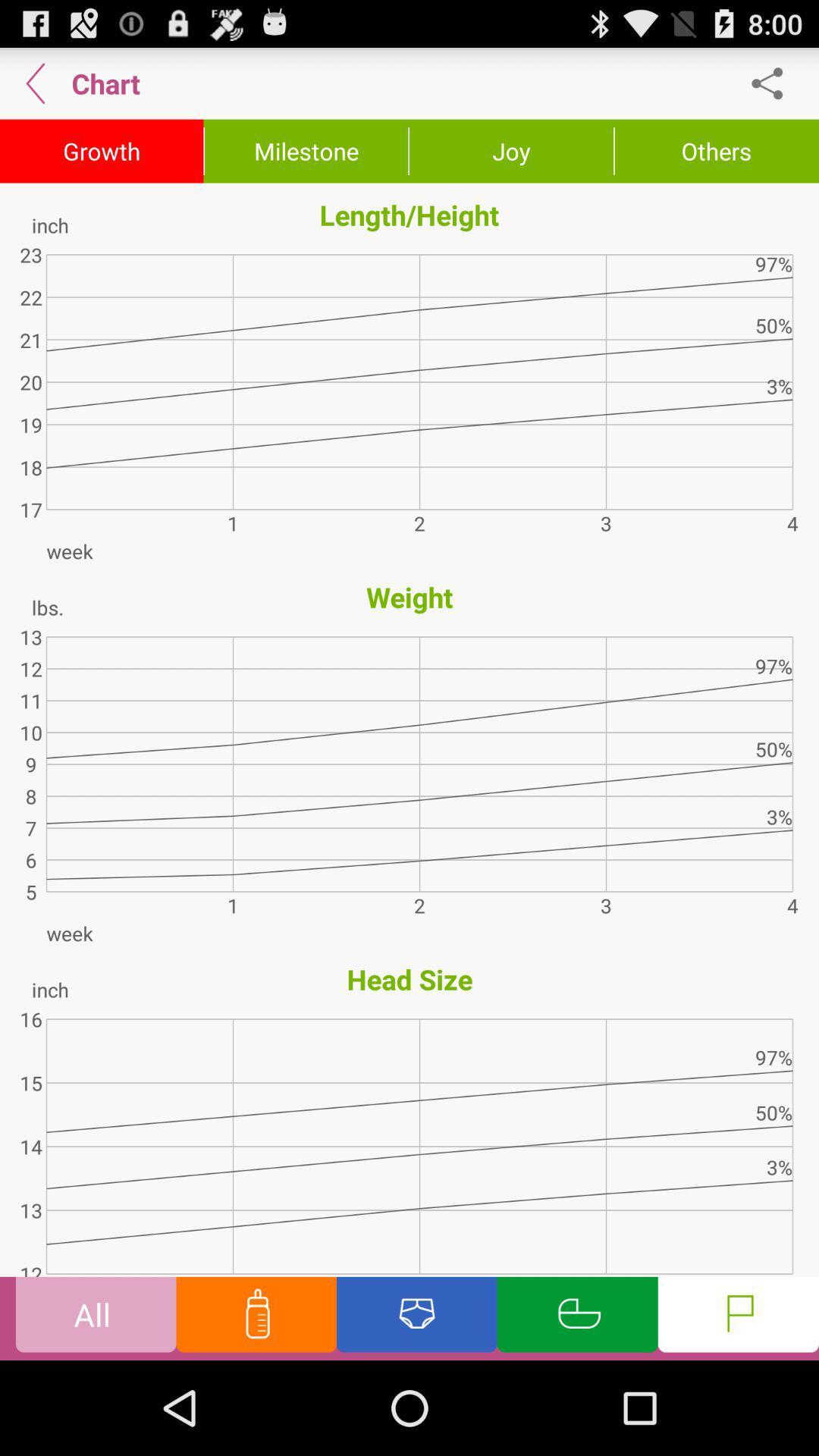 This screenshot has height=1456, width=819. I want to click on see diapers, so click(416, 1317).